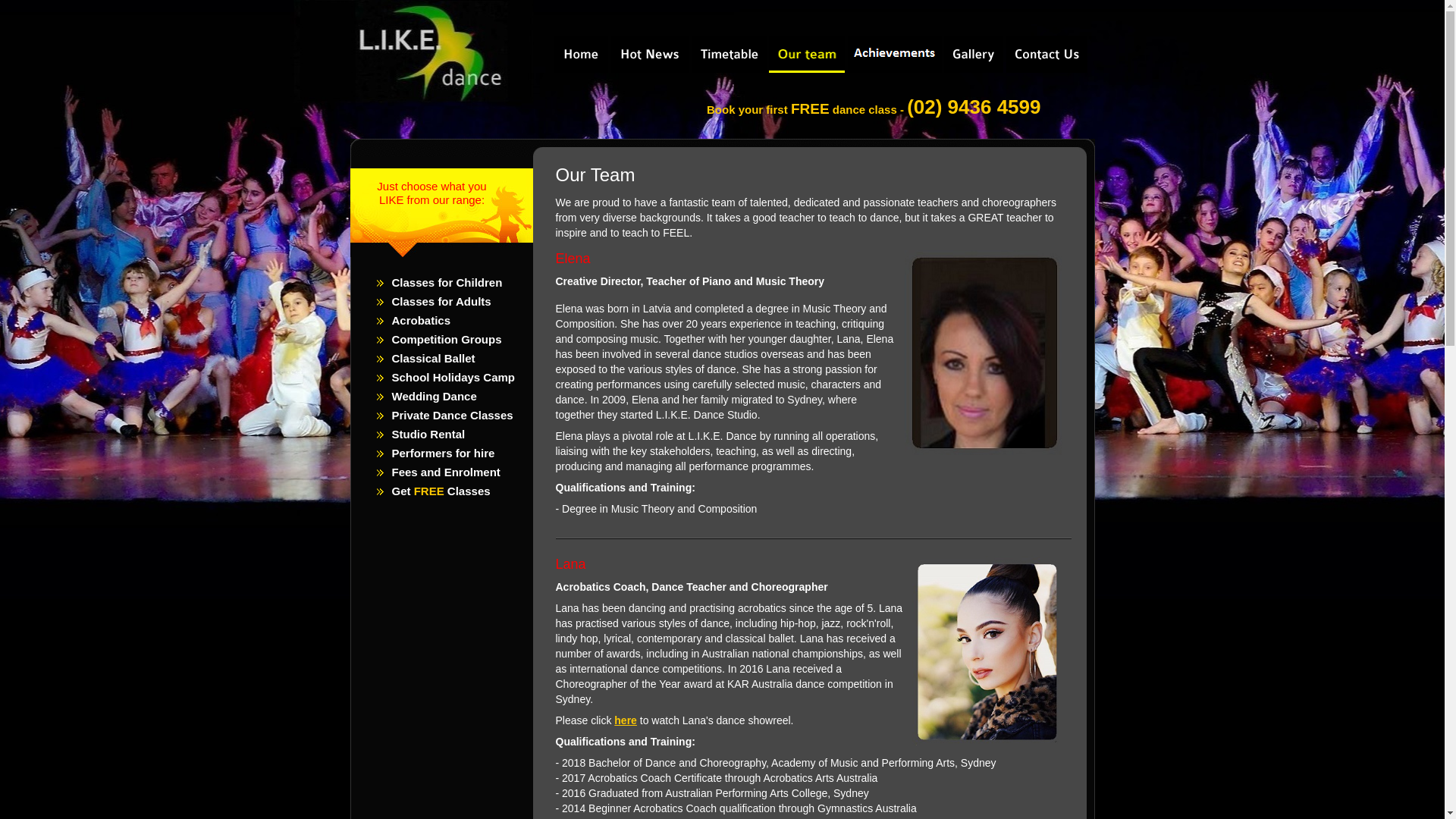 This screenshot has width=1456, height=819. I want to click on 'Studio Rental', so click(427, 434).